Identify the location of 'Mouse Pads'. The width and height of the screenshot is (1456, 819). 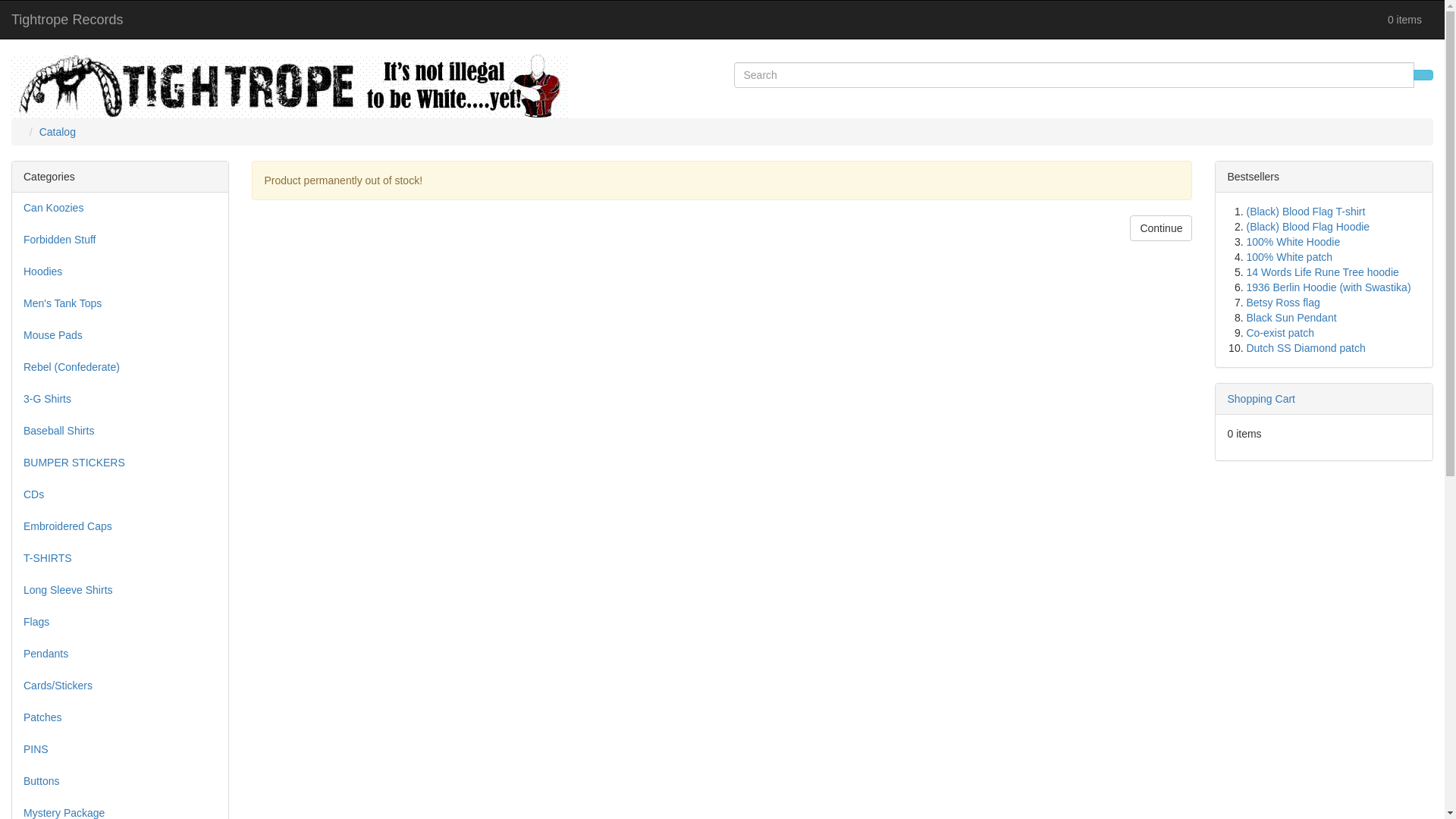
(11, 334).